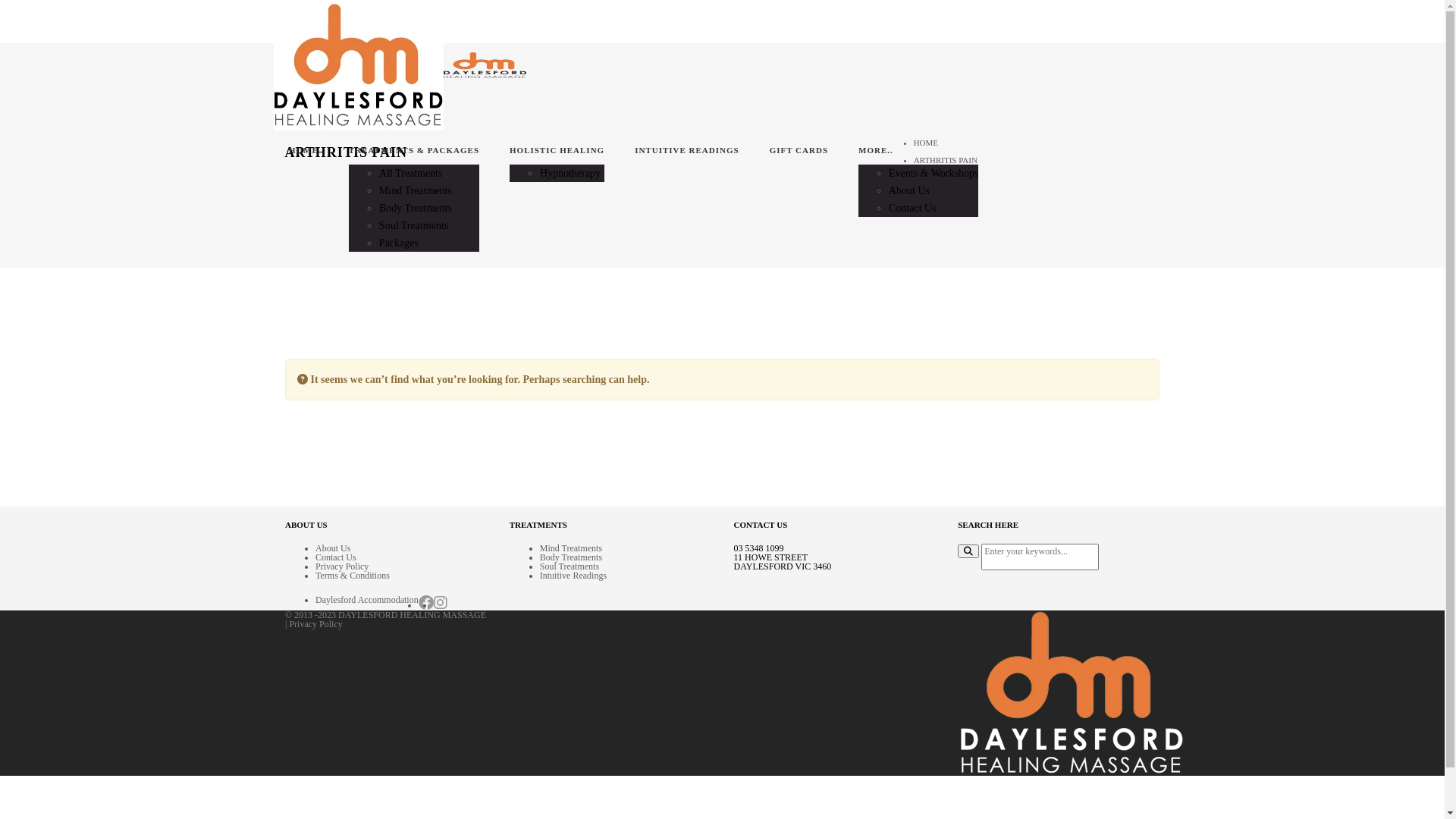 The image size is (1456, 819). I want to click on 'Privacy Policy', so click(315, 623).